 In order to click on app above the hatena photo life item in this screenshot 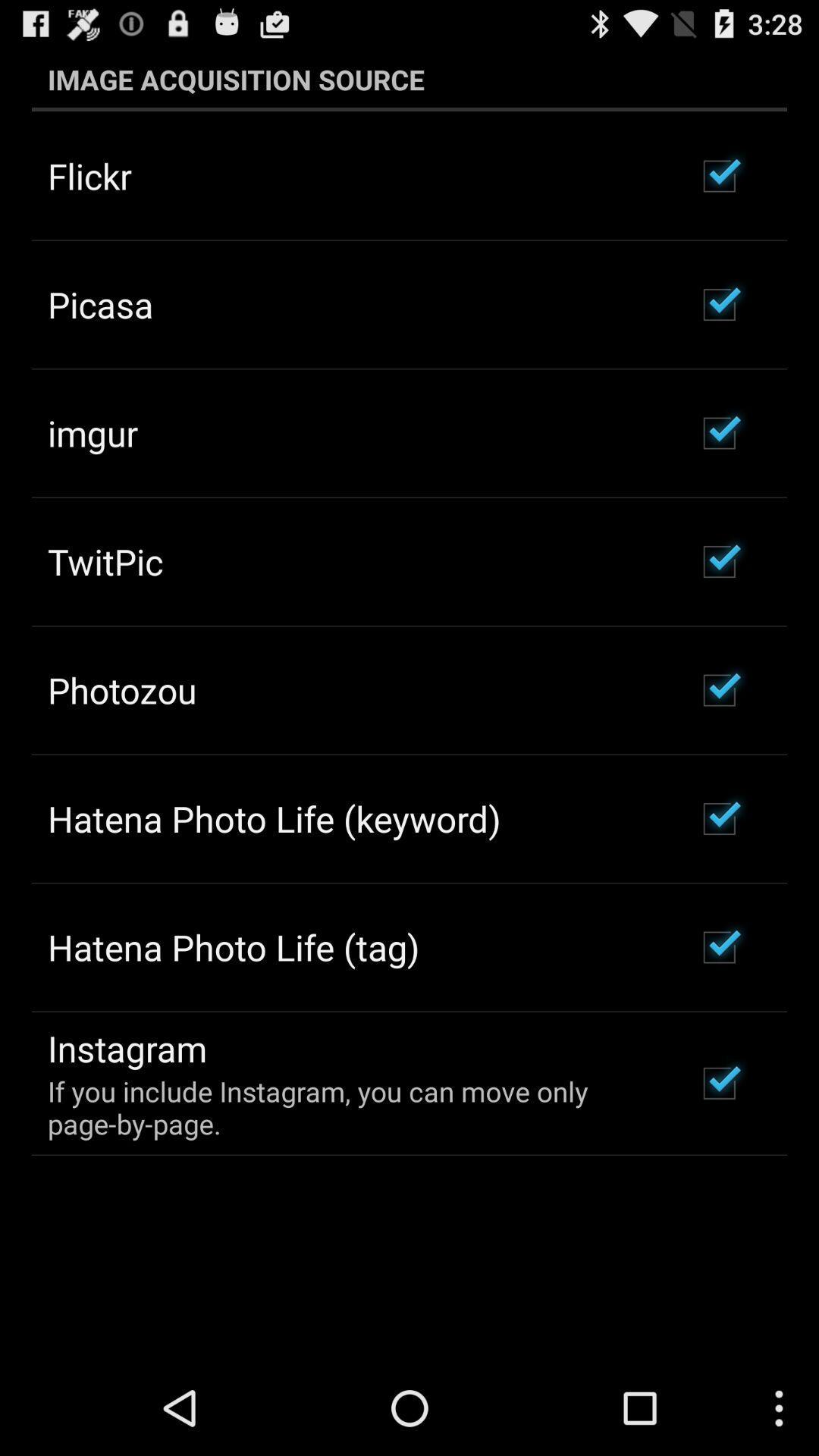, I will do `click(121, 689)`.